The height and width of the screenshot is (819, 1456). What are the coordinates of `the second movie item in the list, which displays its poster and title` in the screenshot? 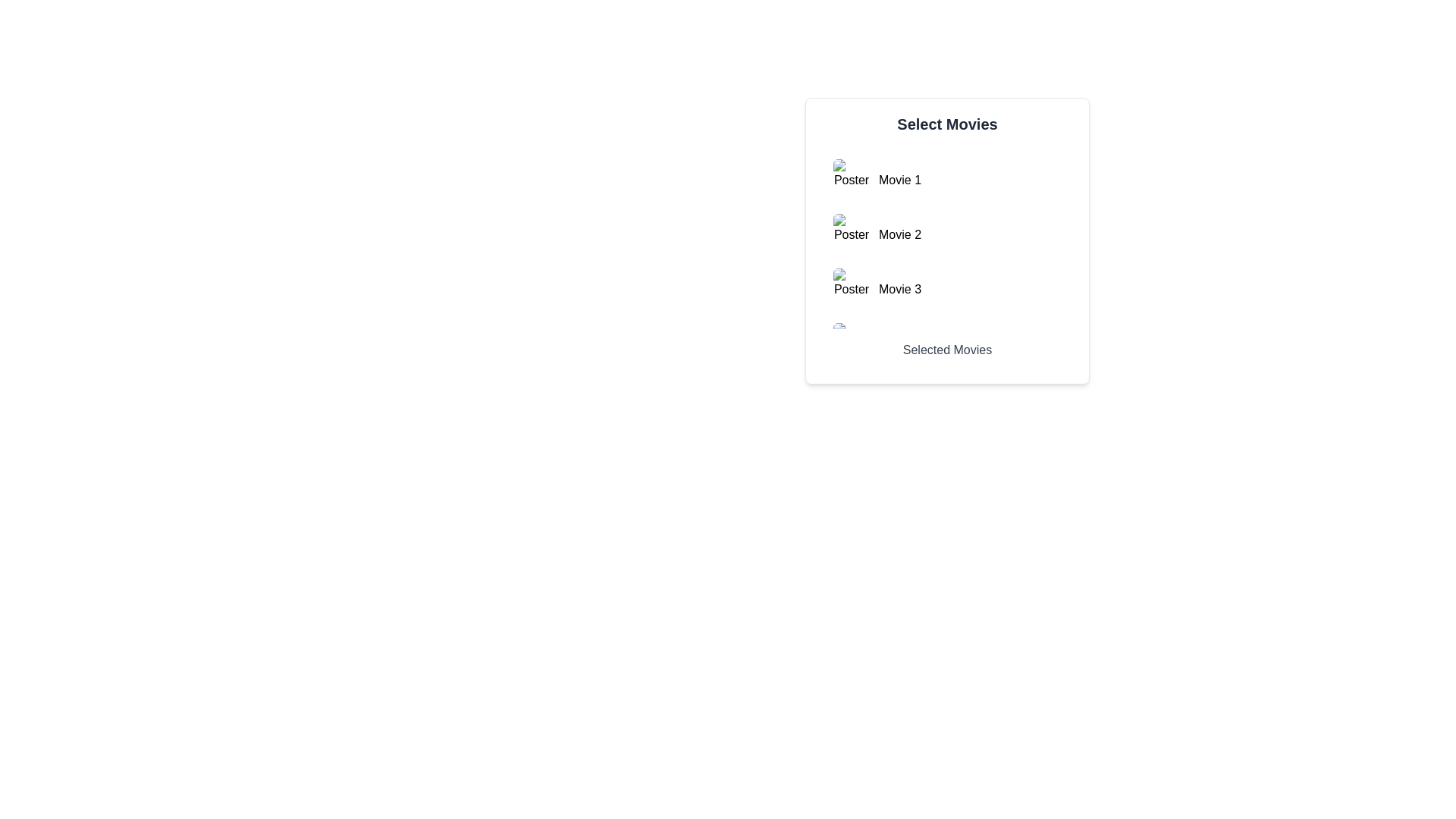 It's located at (946, 234).